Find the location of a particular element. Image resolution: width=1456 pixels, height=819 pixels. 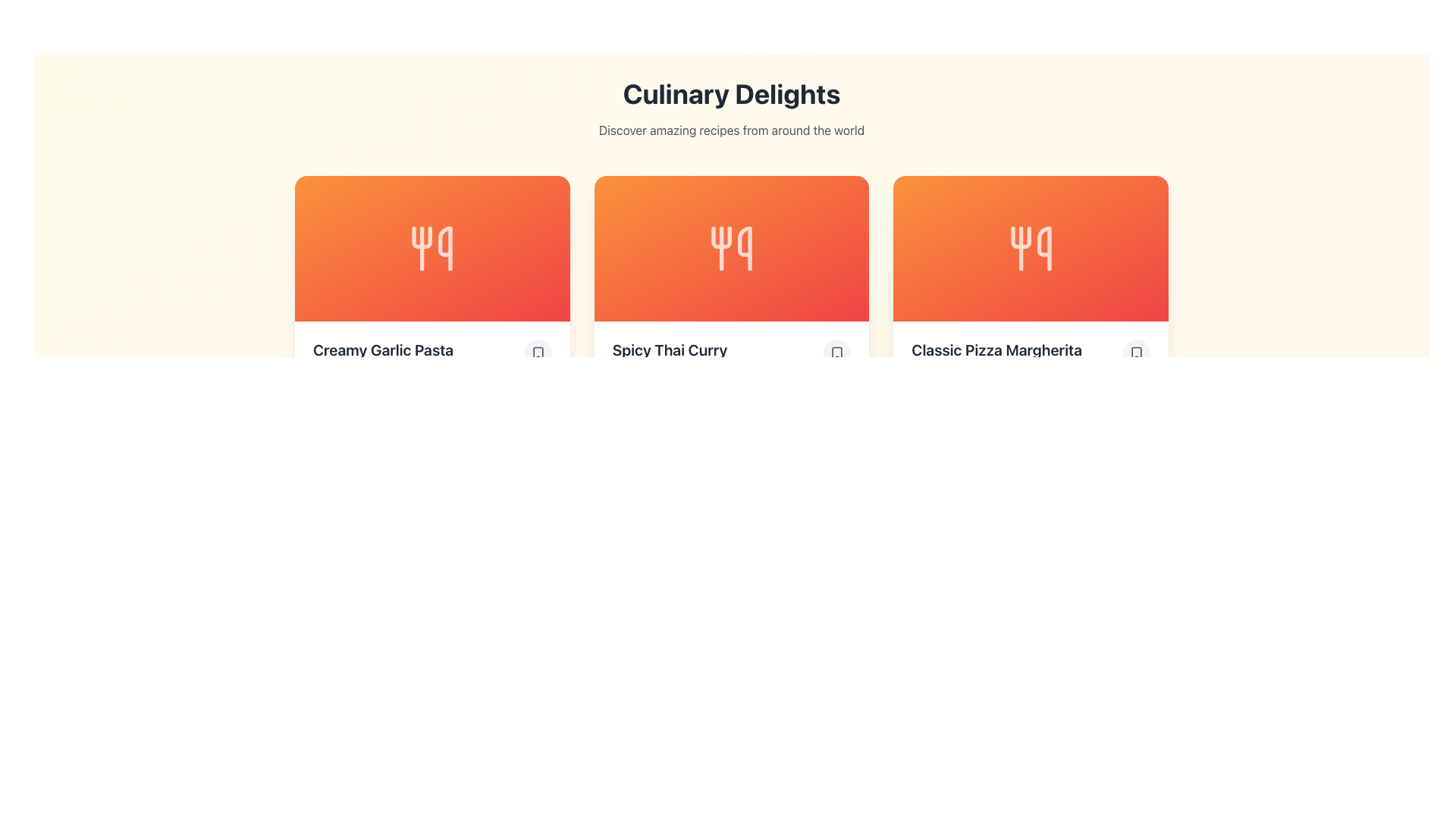

the vertical line with a curved hook at the top, which is part of the icon on the leftmost card (Creamy Garlic Pasta), located to the right of the fork is located at coordinates (444, 247).